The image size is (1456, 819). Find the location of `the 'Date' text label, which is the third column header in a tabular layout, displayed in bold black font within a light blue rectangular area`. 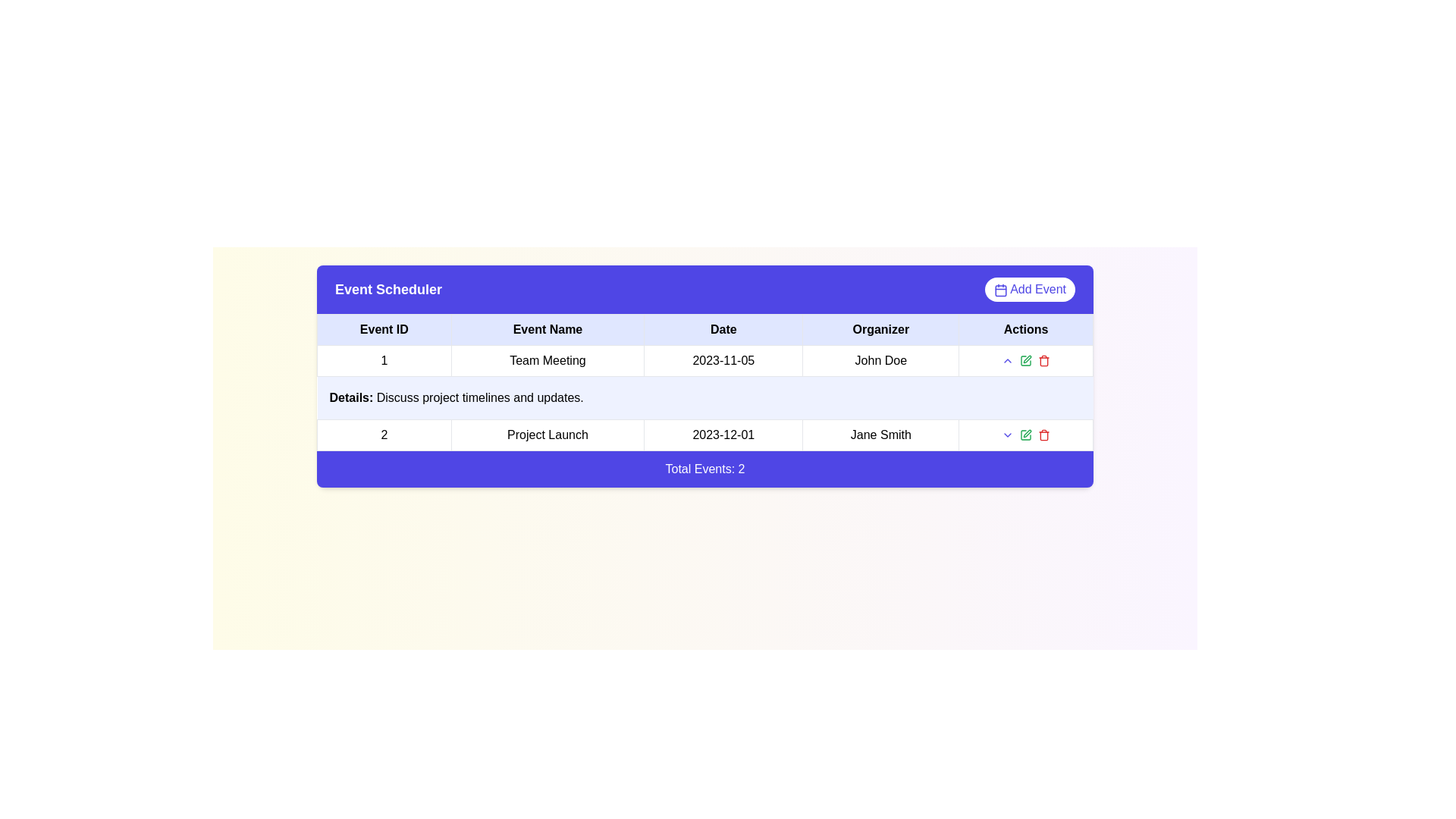

the 'Date' text label, which is the third column header in a tabular layout, displayed in bold black font within a light blue rectangular area is located at coordinates (723, 329).